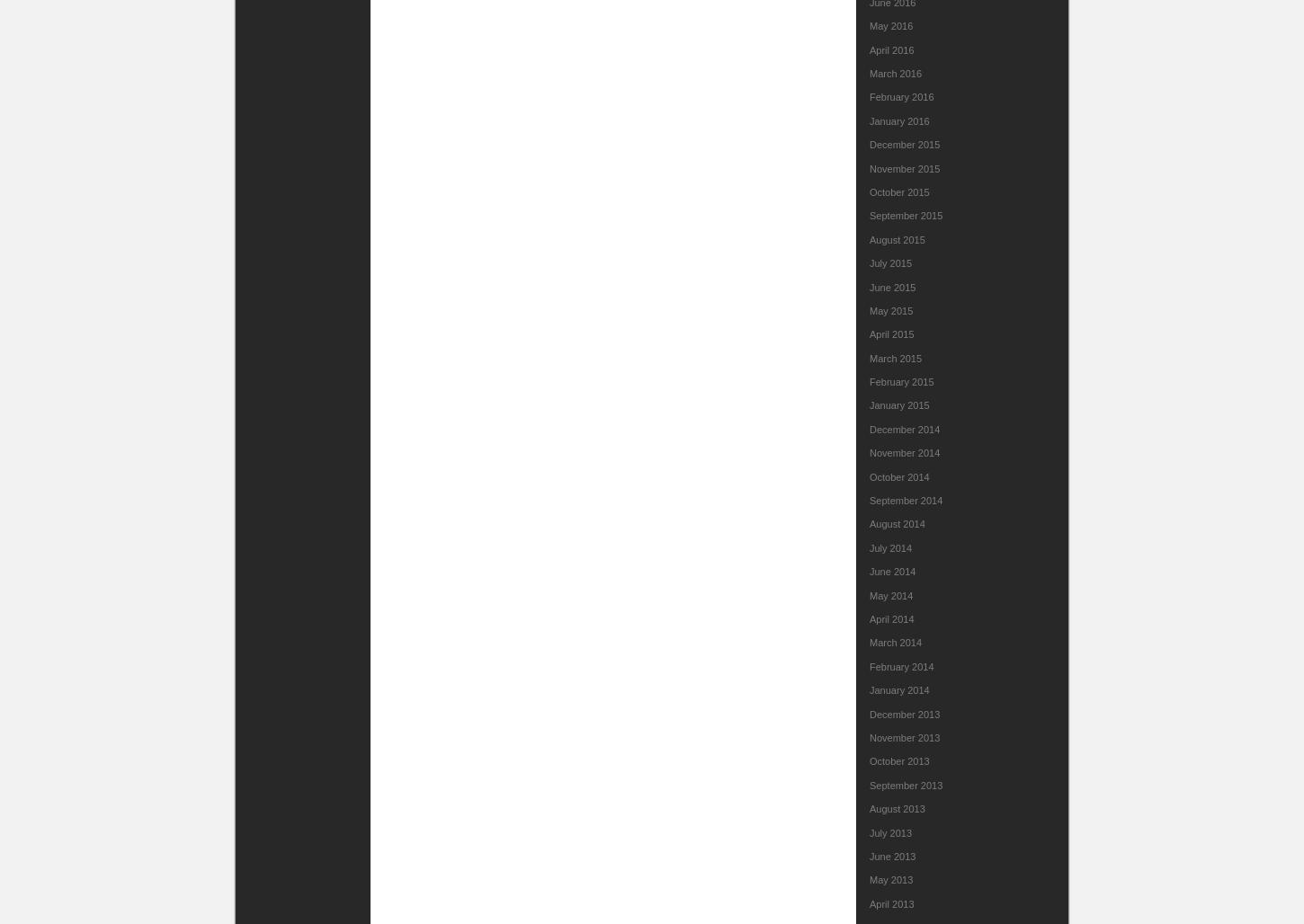 The height and width of the screenshot is (924, 1304). Describe the element at coordinates (892, 856) in the screenshot. I see `'June 2013'` at that location.